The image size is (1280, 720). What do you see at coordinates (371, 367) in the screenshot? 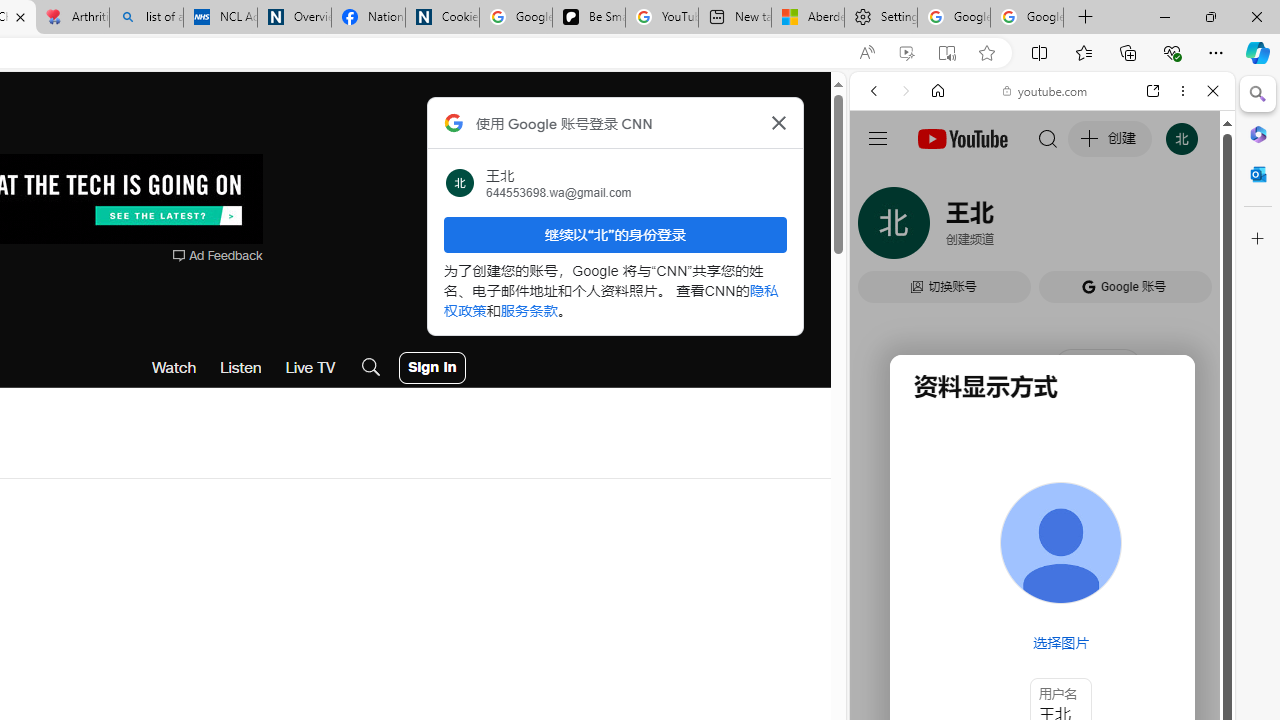
I see `'Search Icon'` at bounding box center [371, 367].